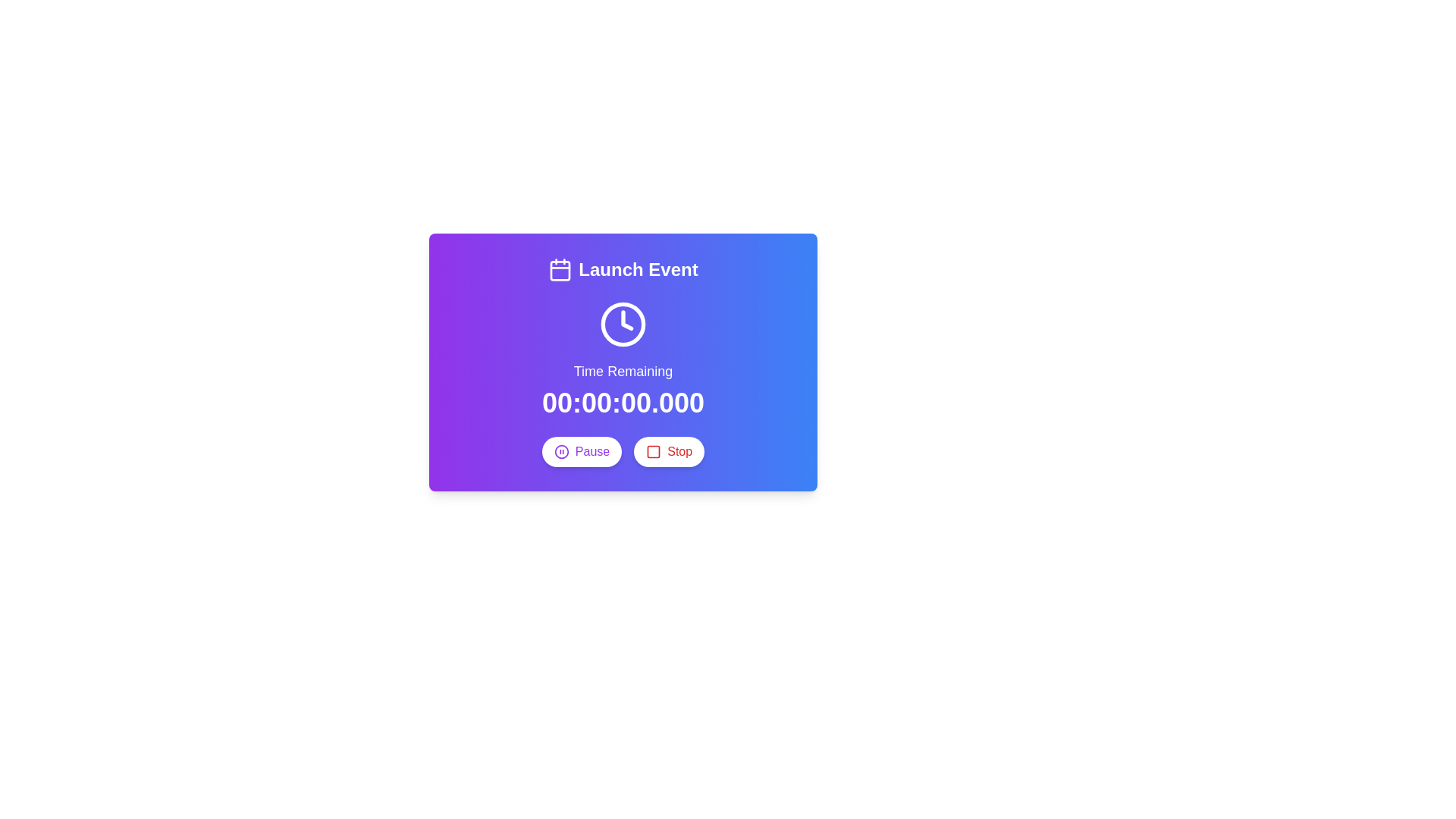 The image size is (1456, 819). I want to click on the 'Stop' button, which is styled with rounded corners, a white background, and red text, located to the right of the 'Pause' button in the button group below the 'Time Remaining' text, so click(668, 451).